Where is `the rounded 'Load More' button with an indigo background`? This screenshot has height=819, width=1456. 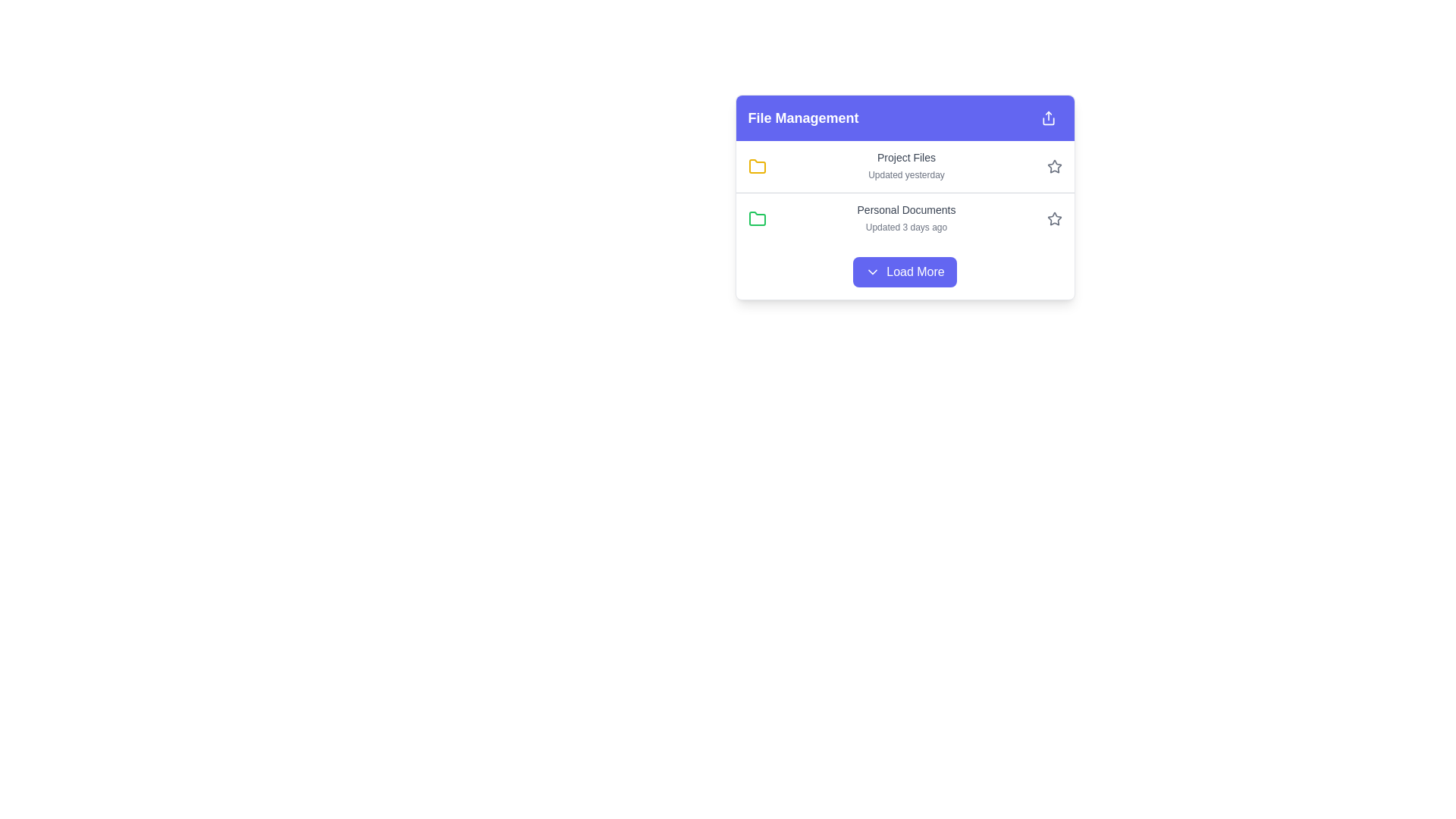
the rounded 'Load More' button with an indigo background is located at coordinates (905, 271).